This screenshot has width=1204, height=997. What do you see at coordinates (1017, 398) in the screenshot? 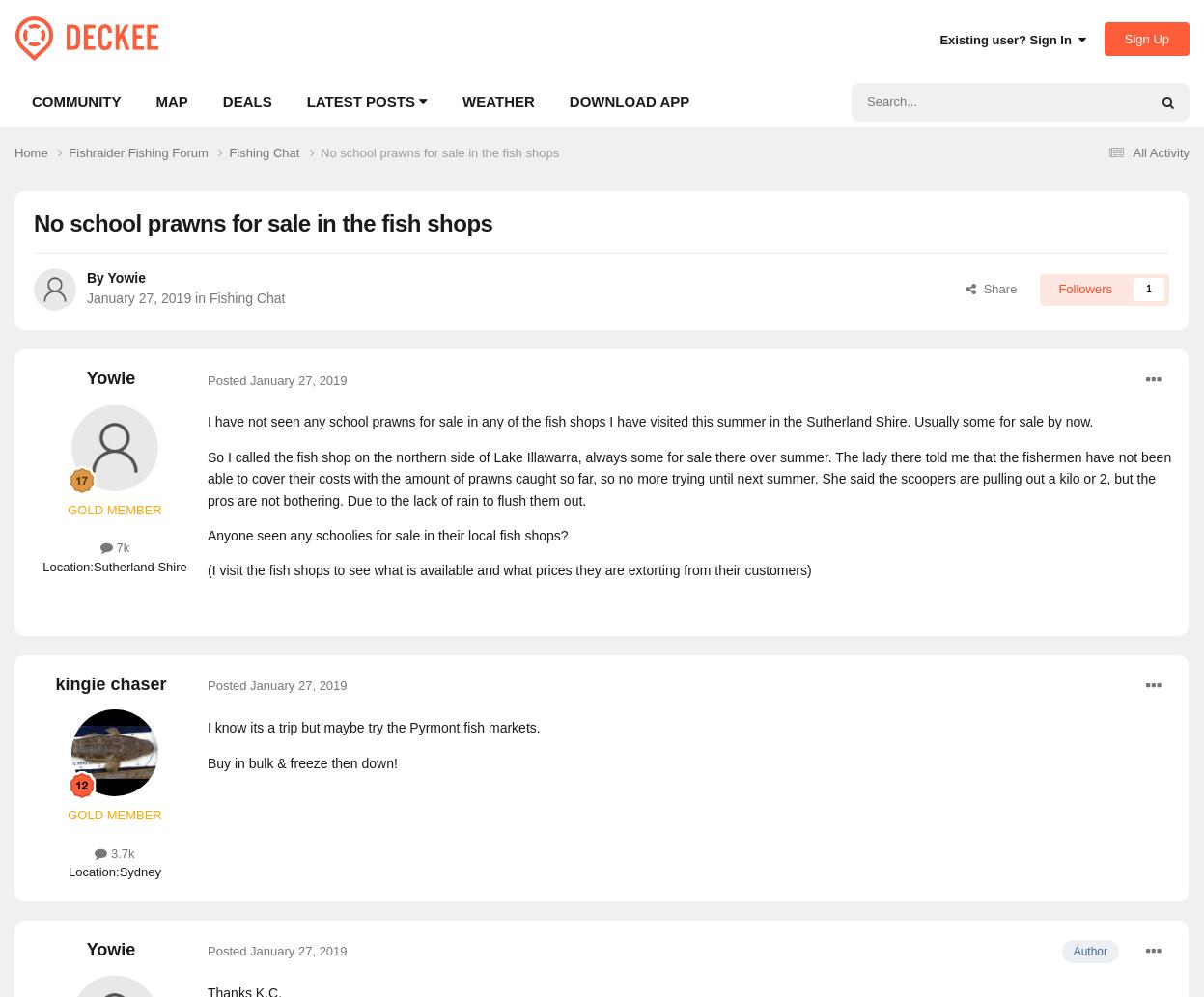
I see `'Pages'` at bounding box center [1017, 398].